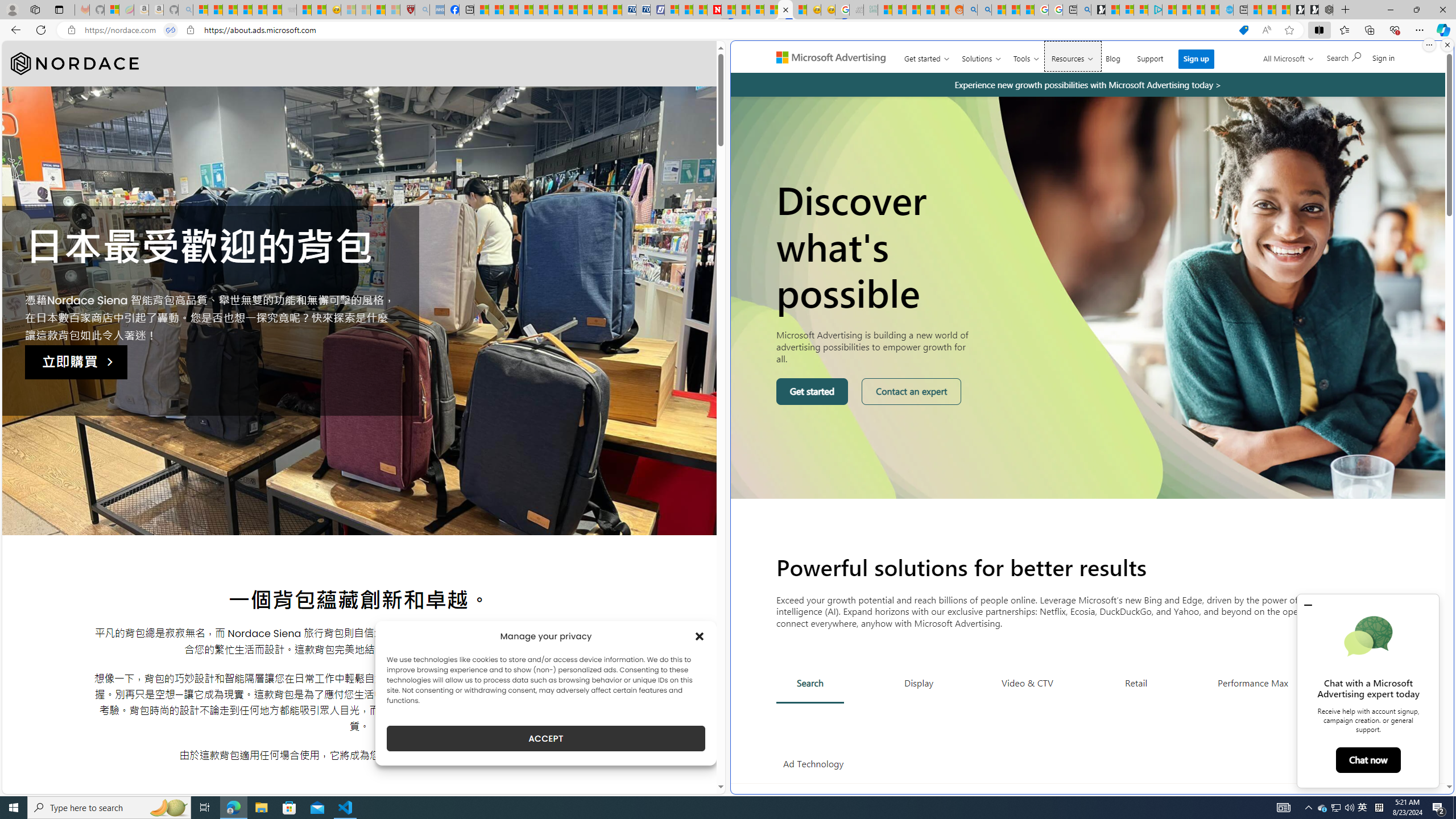  I want to click on 'The Weather Channel - MSN', so click(229, 9).